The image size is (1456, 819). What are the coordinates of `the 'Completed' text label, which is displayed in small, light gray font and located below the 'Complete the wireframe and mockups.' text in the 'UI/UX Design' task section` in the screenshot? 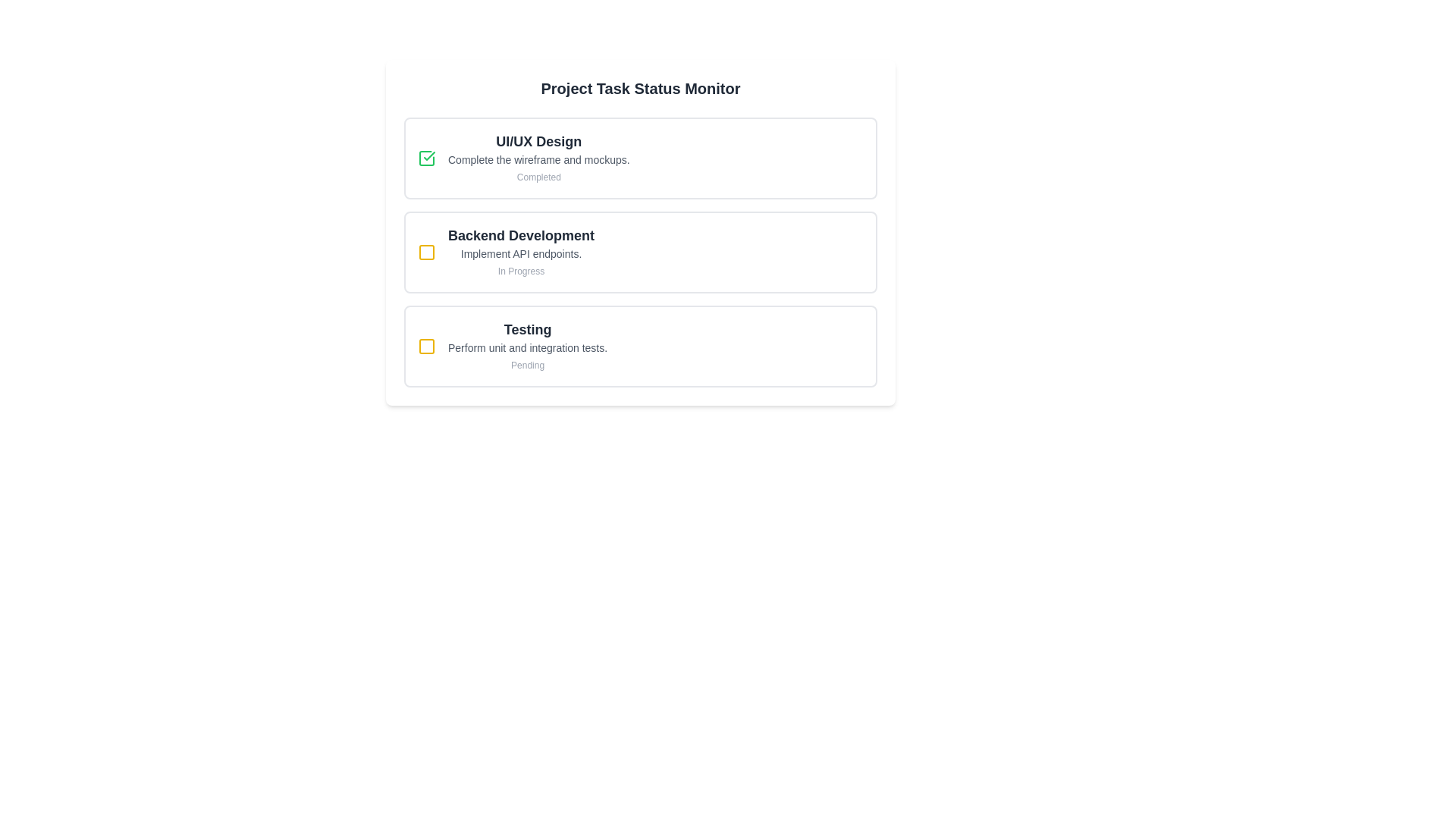 It's located at (538, 177).